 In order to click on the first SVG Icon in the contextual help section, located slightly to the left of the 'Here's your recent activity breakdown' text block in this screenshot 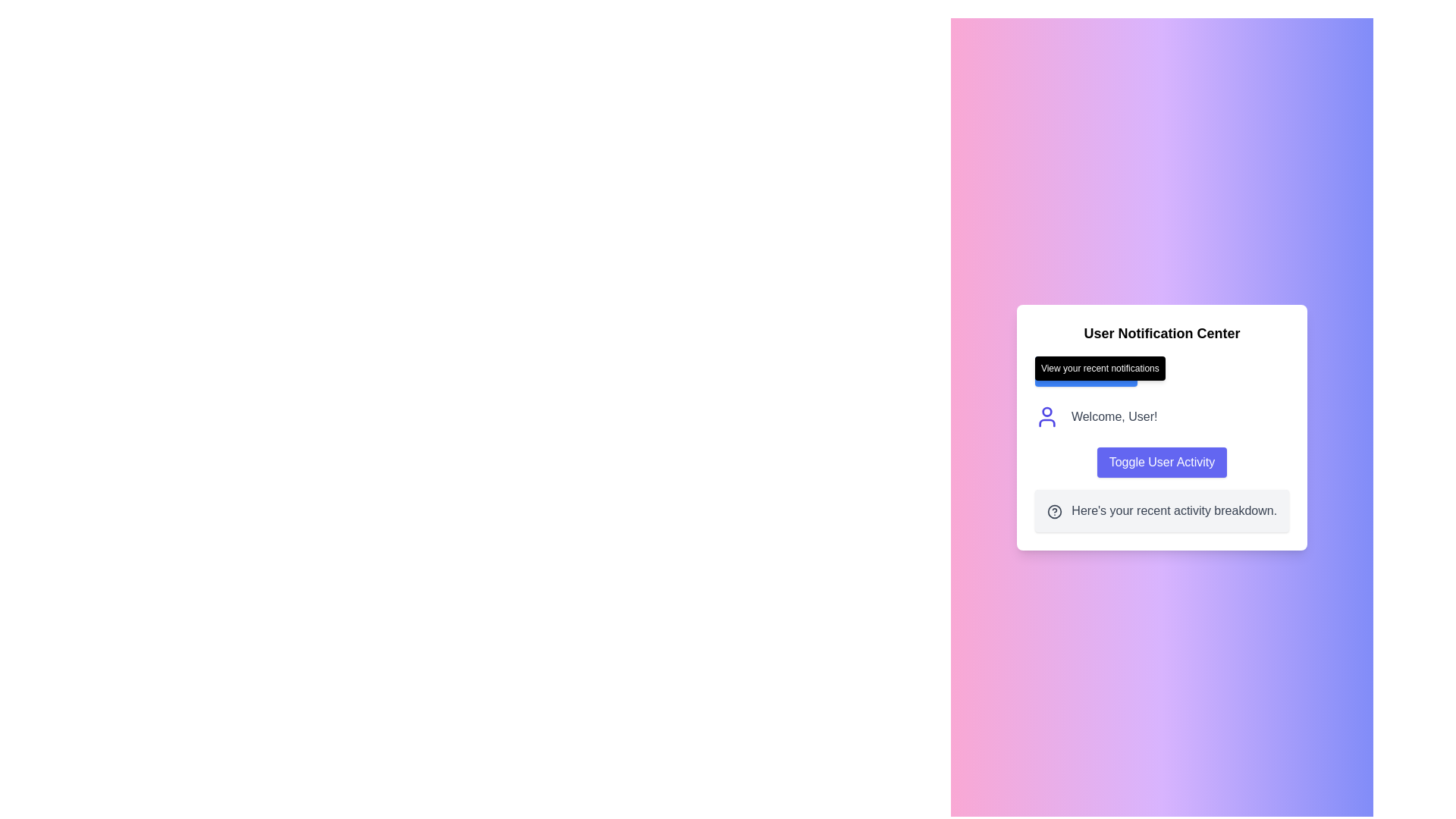, I will do `click(1053, 511)`.